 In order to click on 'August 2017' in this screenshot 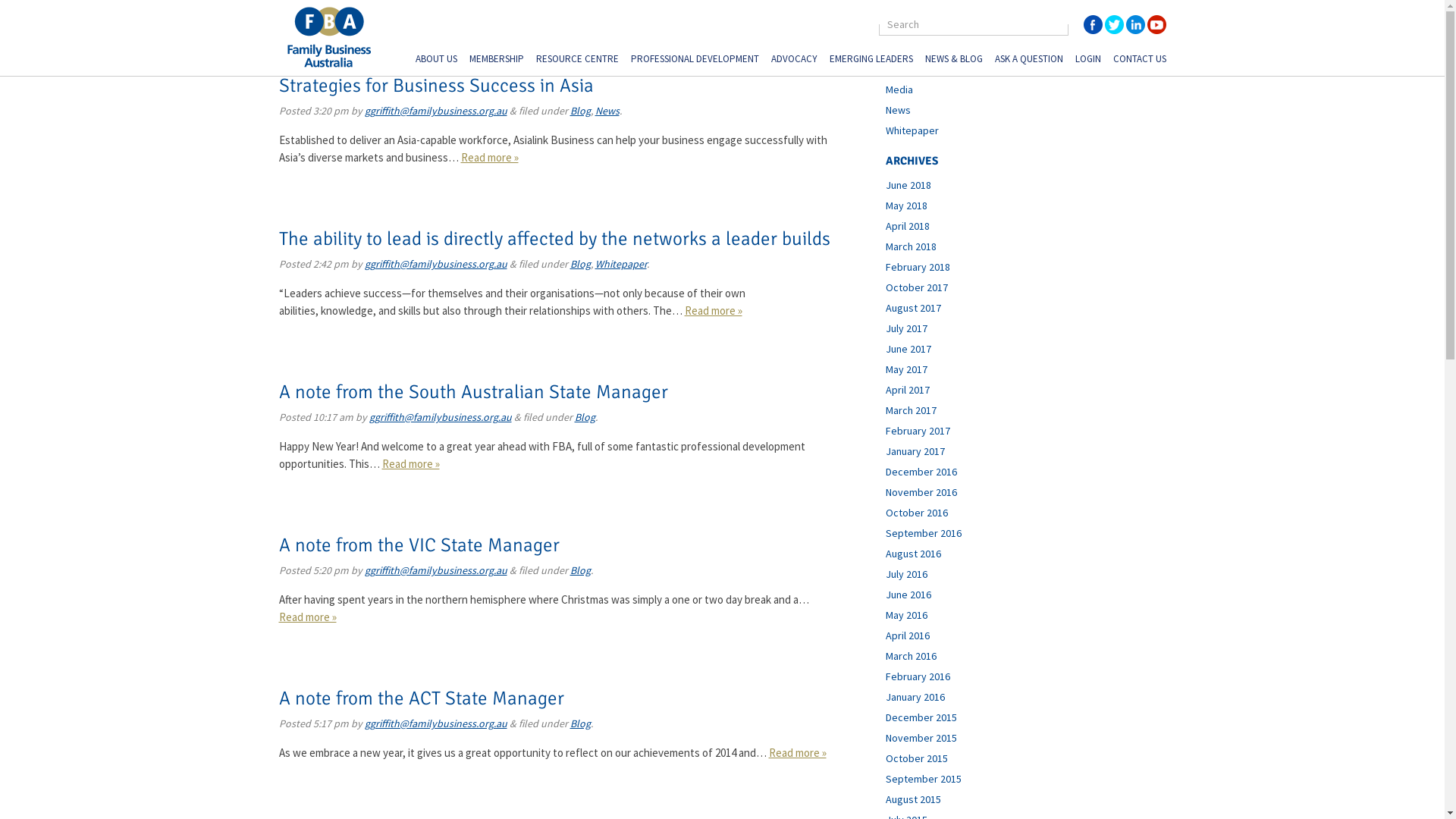, I will do `click(912, 307)`.